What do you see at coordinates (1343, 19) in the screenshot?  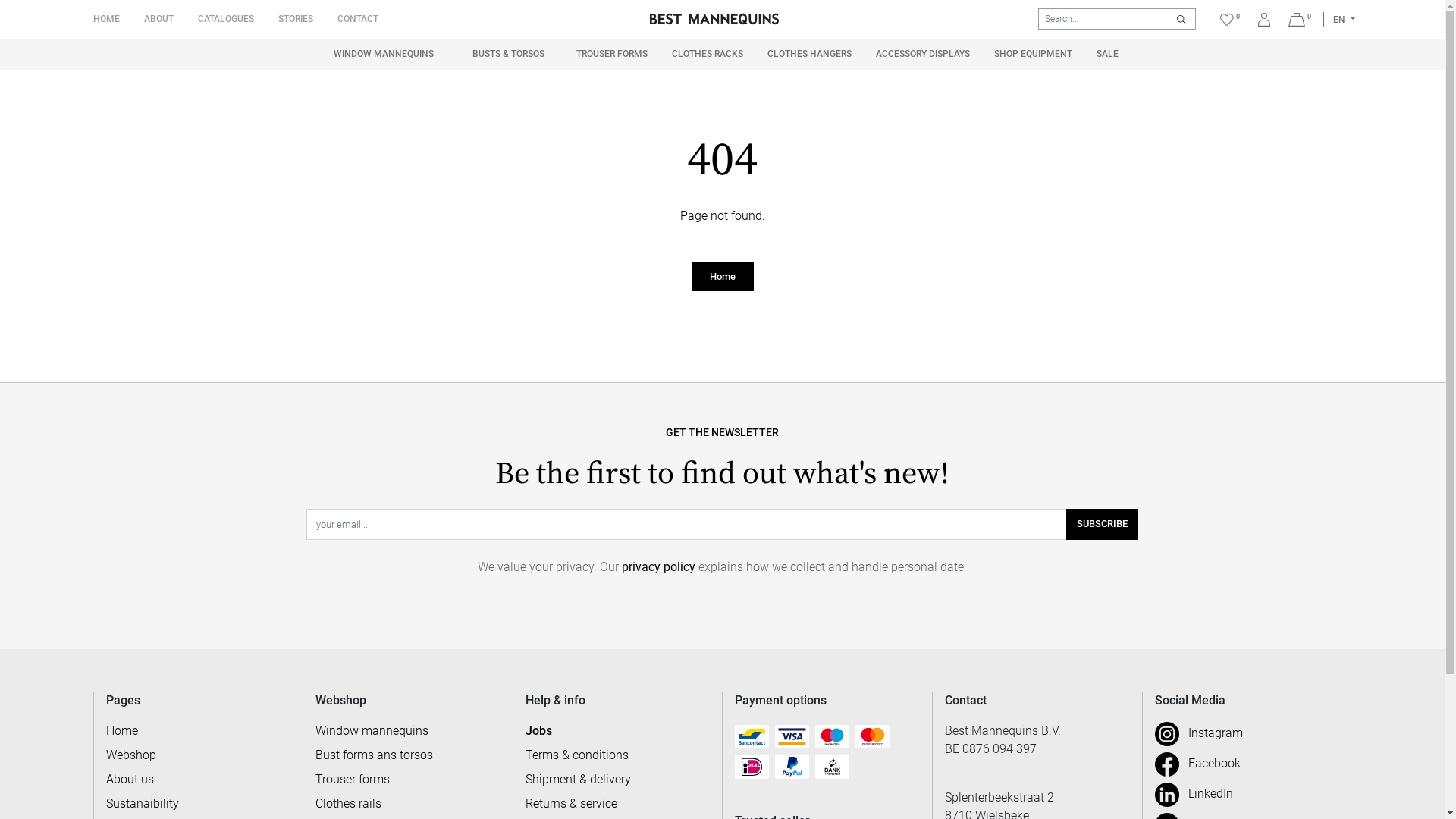 I see `'EN'` at bounding box center [1343, 19].